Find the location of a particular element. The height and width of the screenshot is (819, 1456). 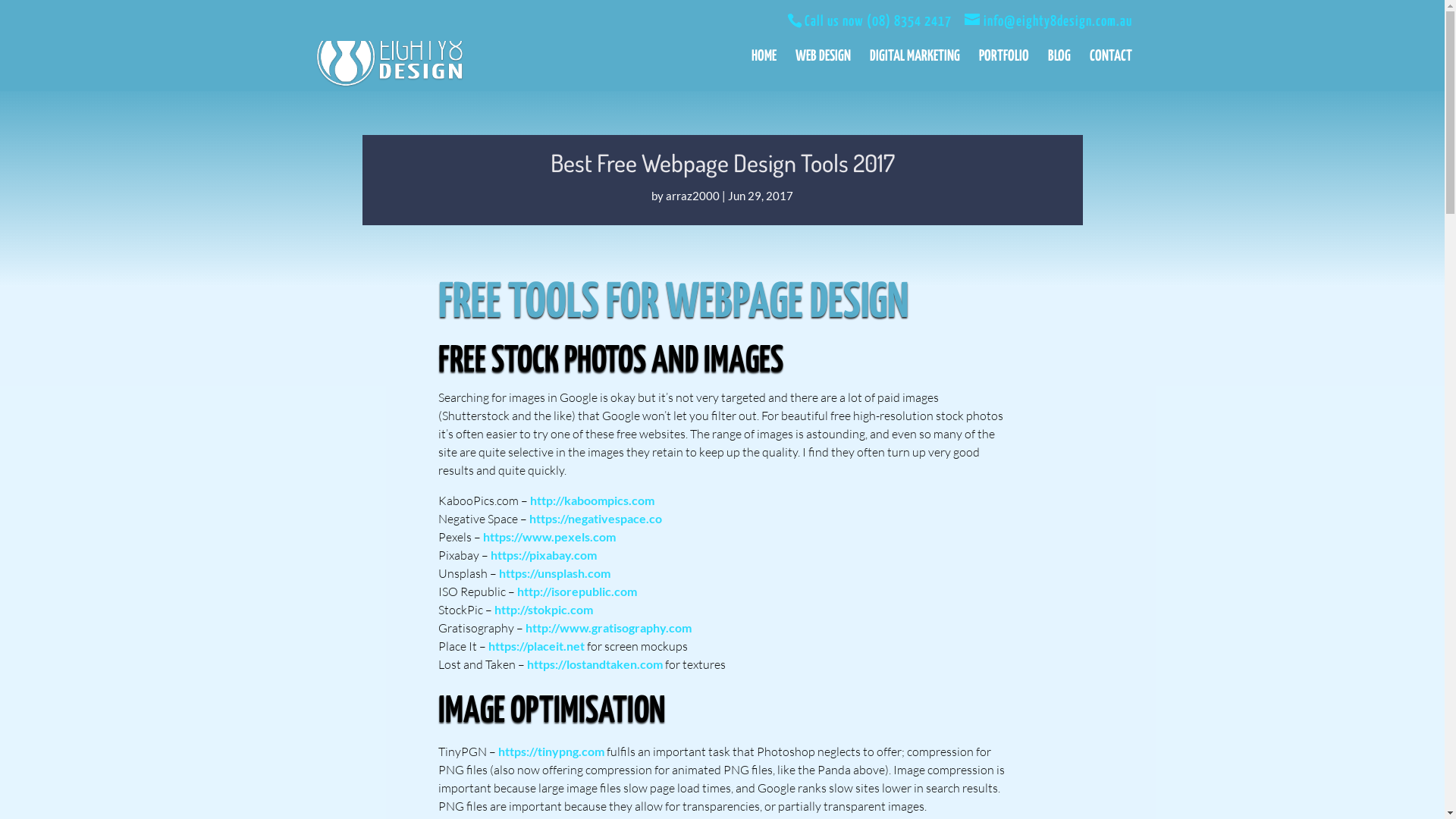

'https://unsplash.com' is located at coordinates (554, 573).